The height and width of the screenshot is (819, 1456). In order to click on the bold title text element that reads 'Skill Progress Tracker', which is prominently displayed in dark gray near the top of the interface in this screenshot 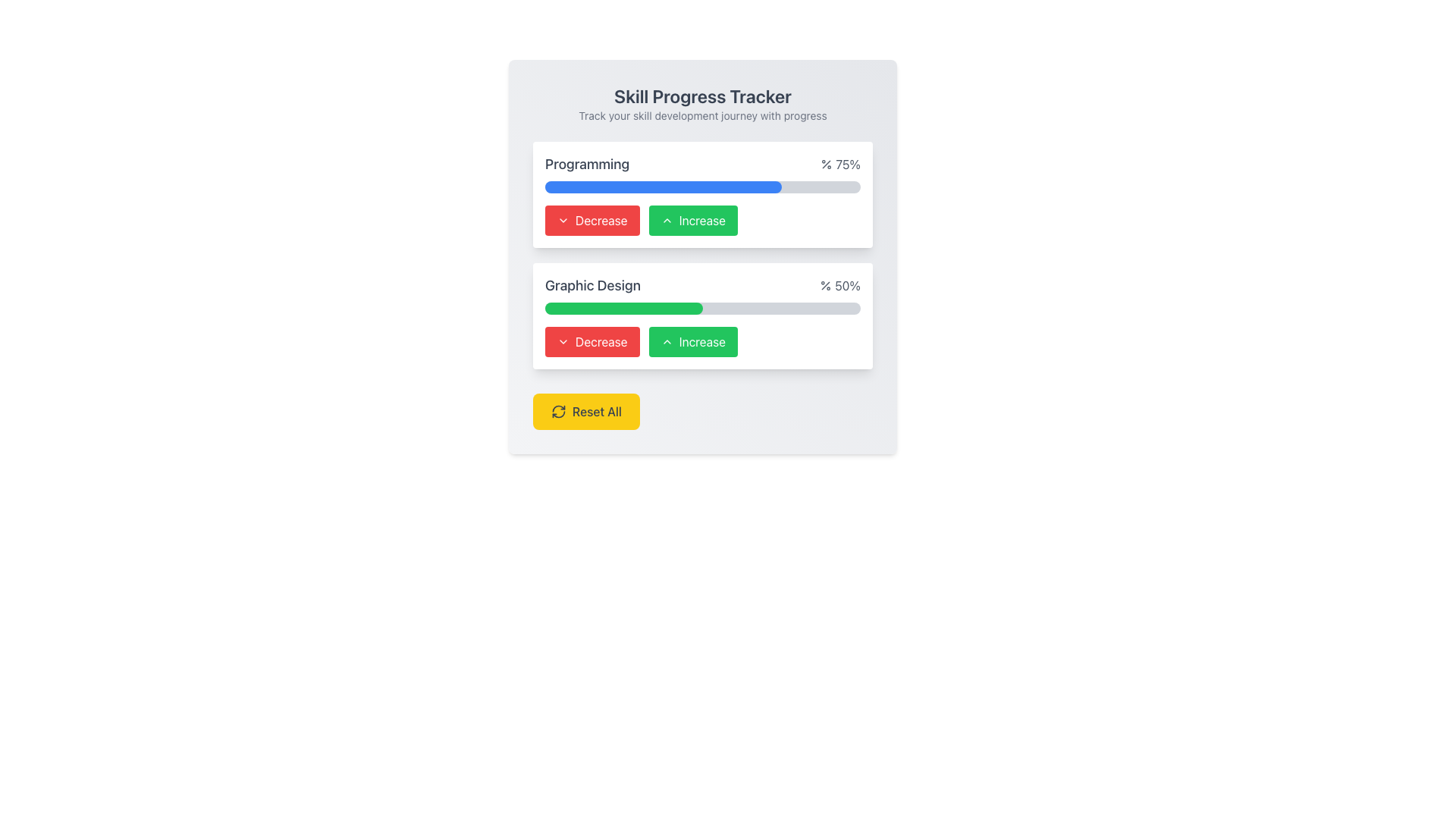, I will do `click(701, 96)`.